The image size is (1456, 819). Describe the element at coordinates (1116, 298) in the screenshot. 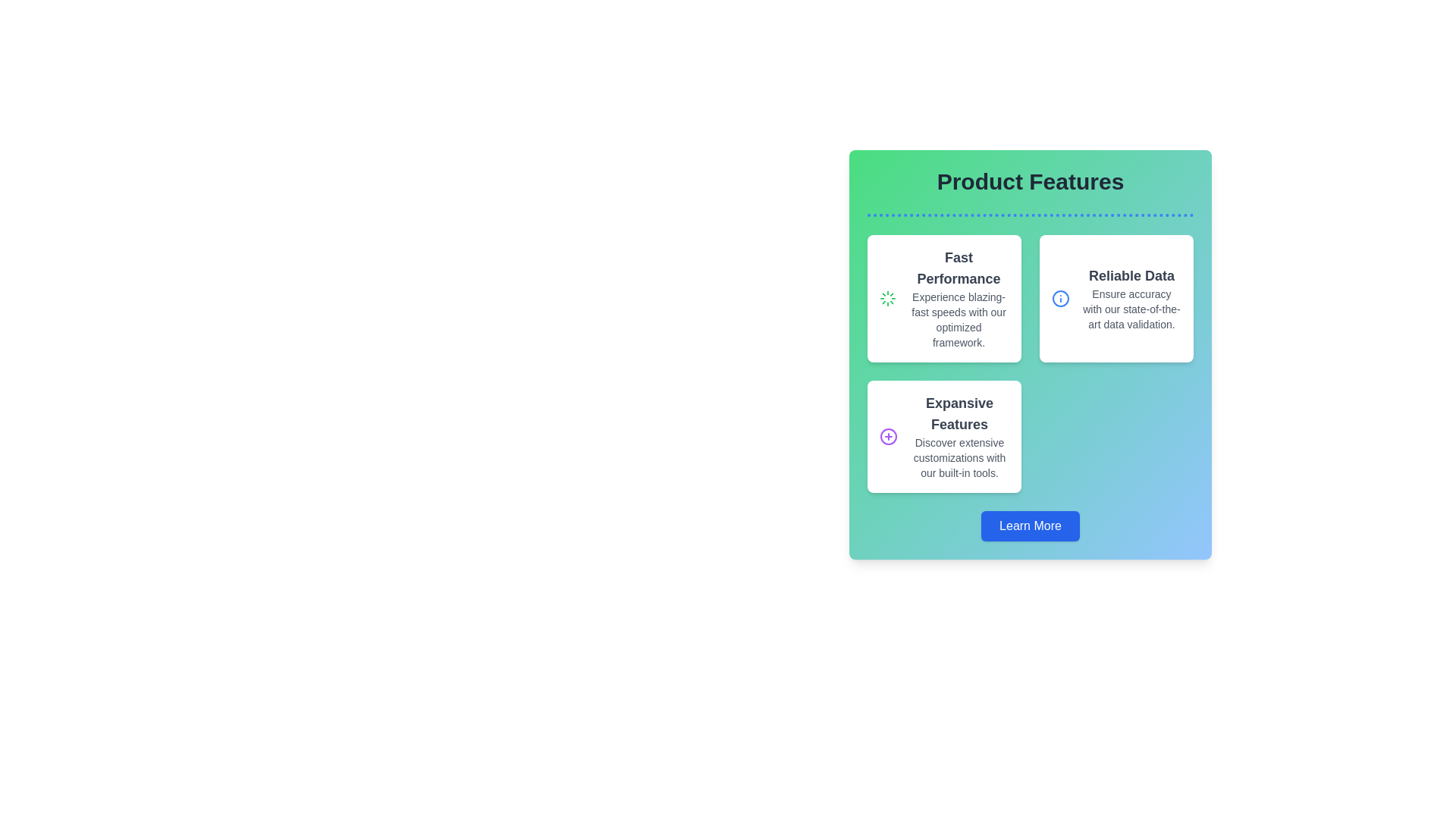

I see `the informational card located in the top-right of the grid layout, providing details about the reliability of data` at that location.